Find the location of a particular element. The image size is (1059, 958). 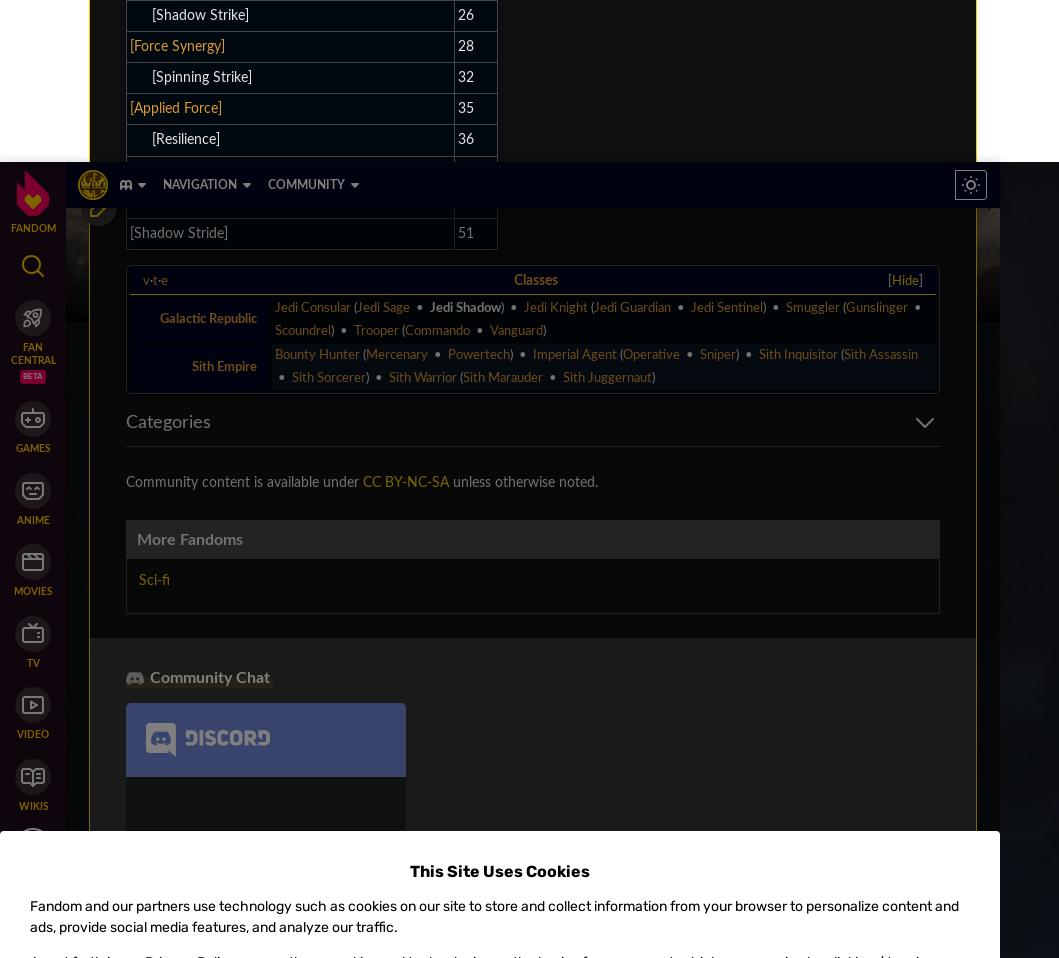

'Careers' is located at coordinates (106, 145).